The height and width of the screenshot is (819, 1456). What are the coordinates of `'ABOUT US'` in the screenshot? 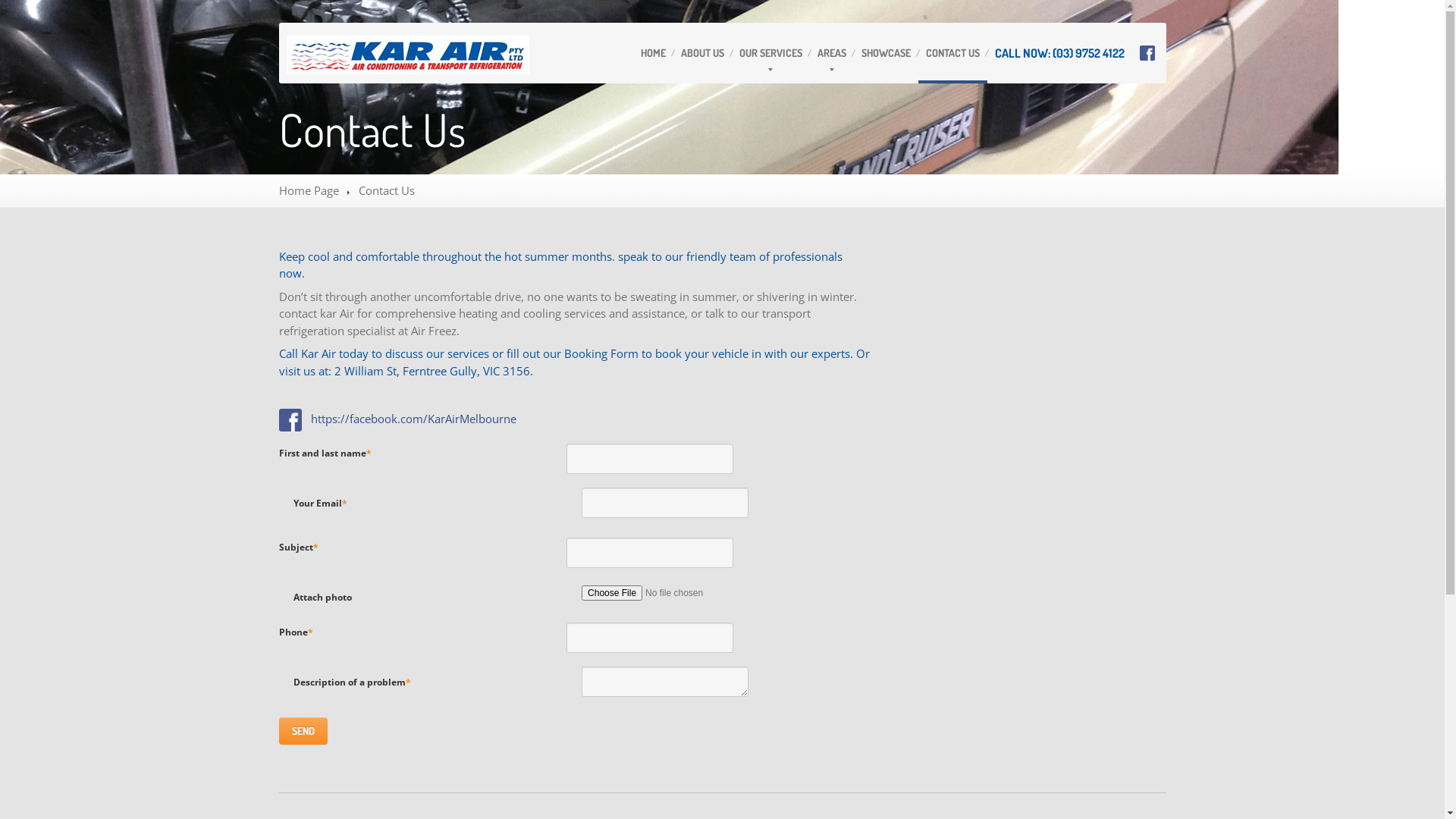 It's located at (701, 52).